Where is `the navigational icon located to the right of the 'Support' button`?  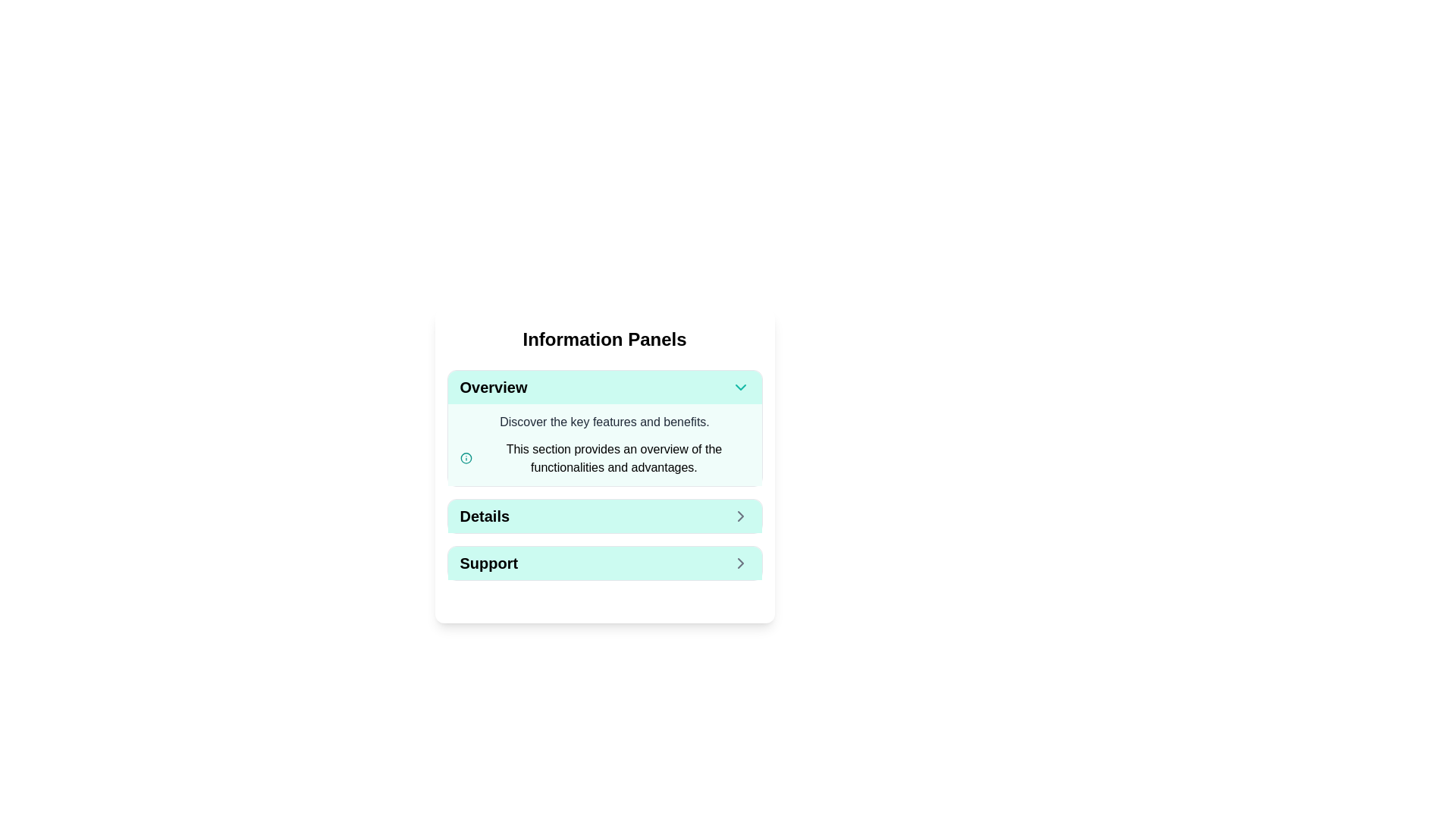 the navigational icon located to the right of the 'Support' button is located at coordinates (740, 563).